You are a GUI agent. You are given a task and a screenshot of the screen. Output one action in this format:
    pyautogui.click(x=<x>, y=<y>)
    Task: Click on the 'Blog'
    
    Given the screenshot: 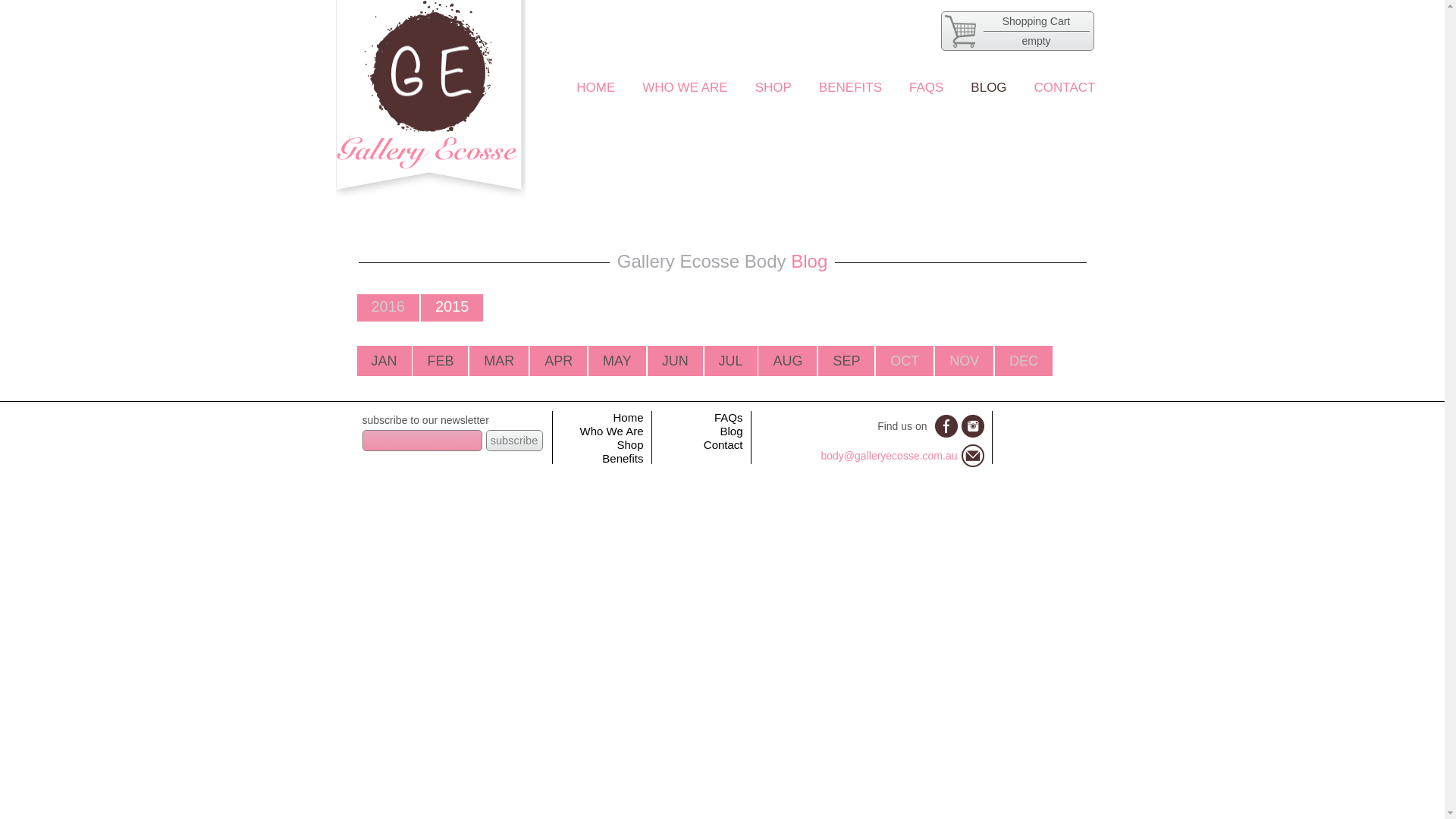 What is the action you would take?
    pyautogui.click(x=731, y=431)
    